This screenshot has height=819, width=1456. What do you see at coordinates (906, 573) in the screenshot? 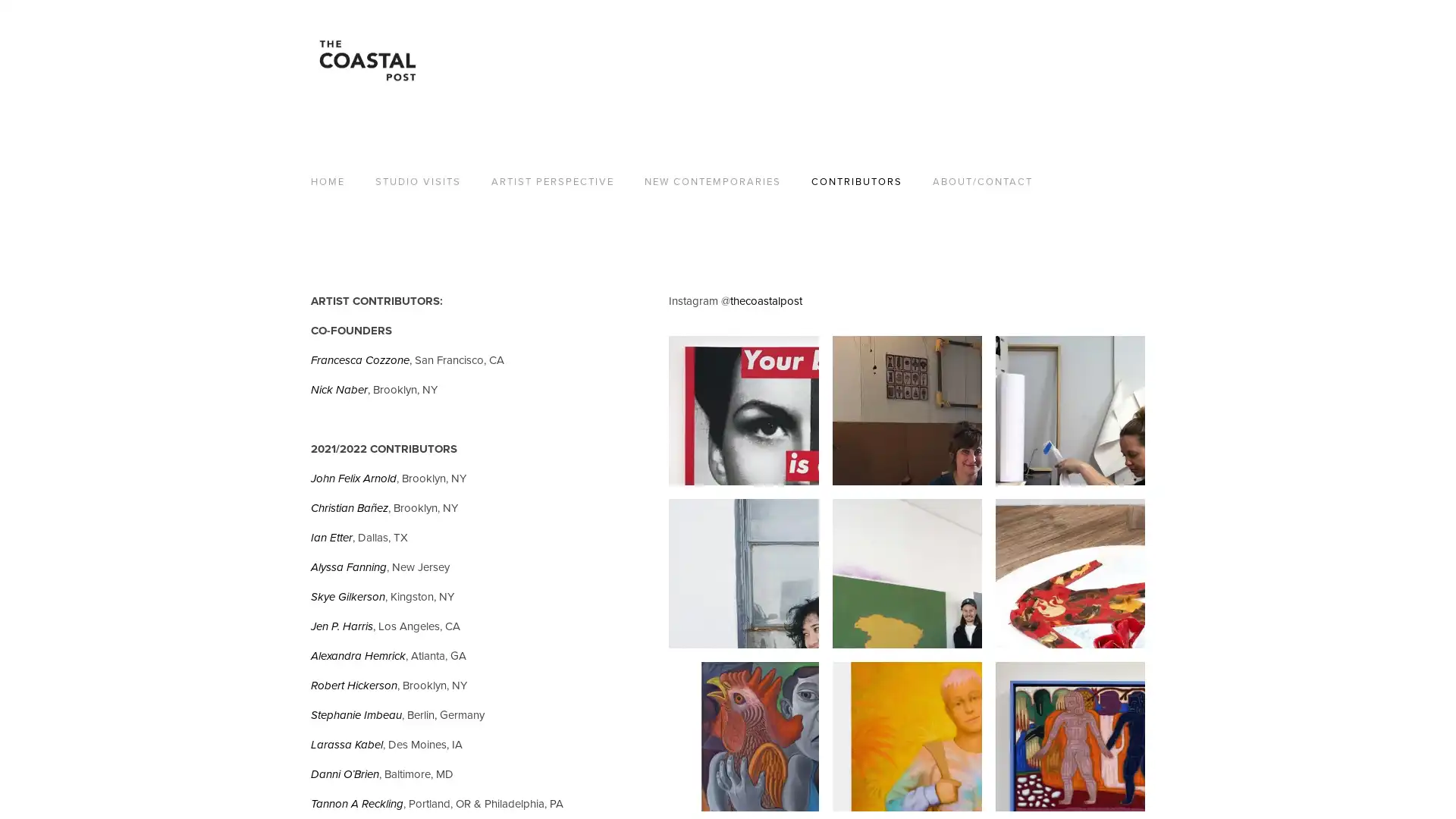
I see `View fullsize Stephanie Imbeau visited Manaf Halbouni in his Berlin studio and talked about his work, and how history and conflict play a direct role in his diverse practice. And how watching the war unfold in Ukraine is bringing back some painful memories. @manaf` at bounding box center [906, 573].